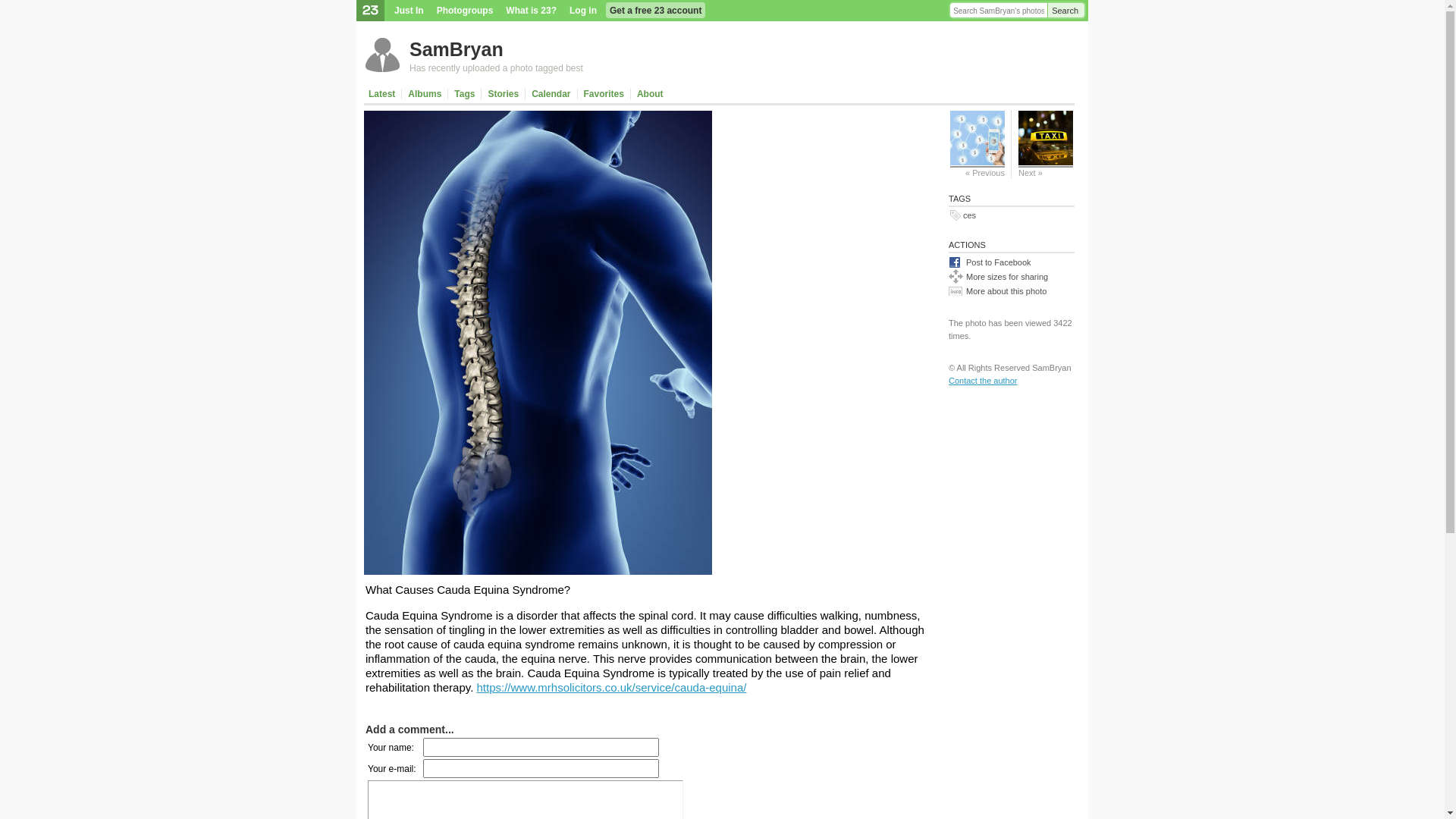 This screenshot has height=819, width=1456. Describe the element at coordinates (550, 93) in the screenshot. I see `'Calendar'` at that location.